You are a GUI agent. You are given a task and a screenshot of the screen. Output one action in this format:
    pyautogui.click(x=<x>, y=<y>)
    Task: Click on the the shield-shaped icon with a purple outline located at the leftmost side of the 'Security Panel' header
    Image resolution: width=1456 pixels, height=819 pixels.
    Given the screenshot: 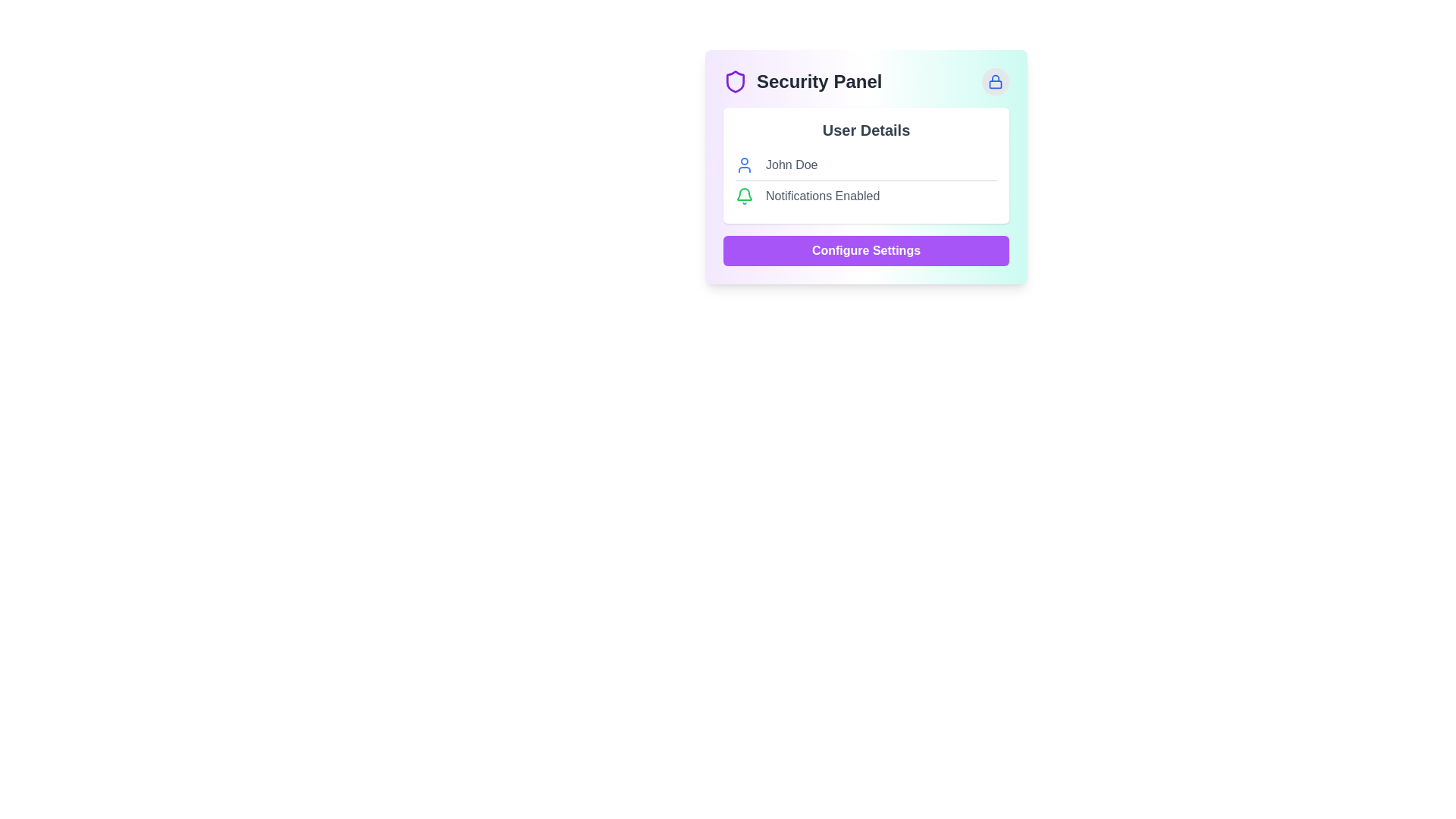 What is the action you would take?
    pyautogui.click(x=735, y=82)
    